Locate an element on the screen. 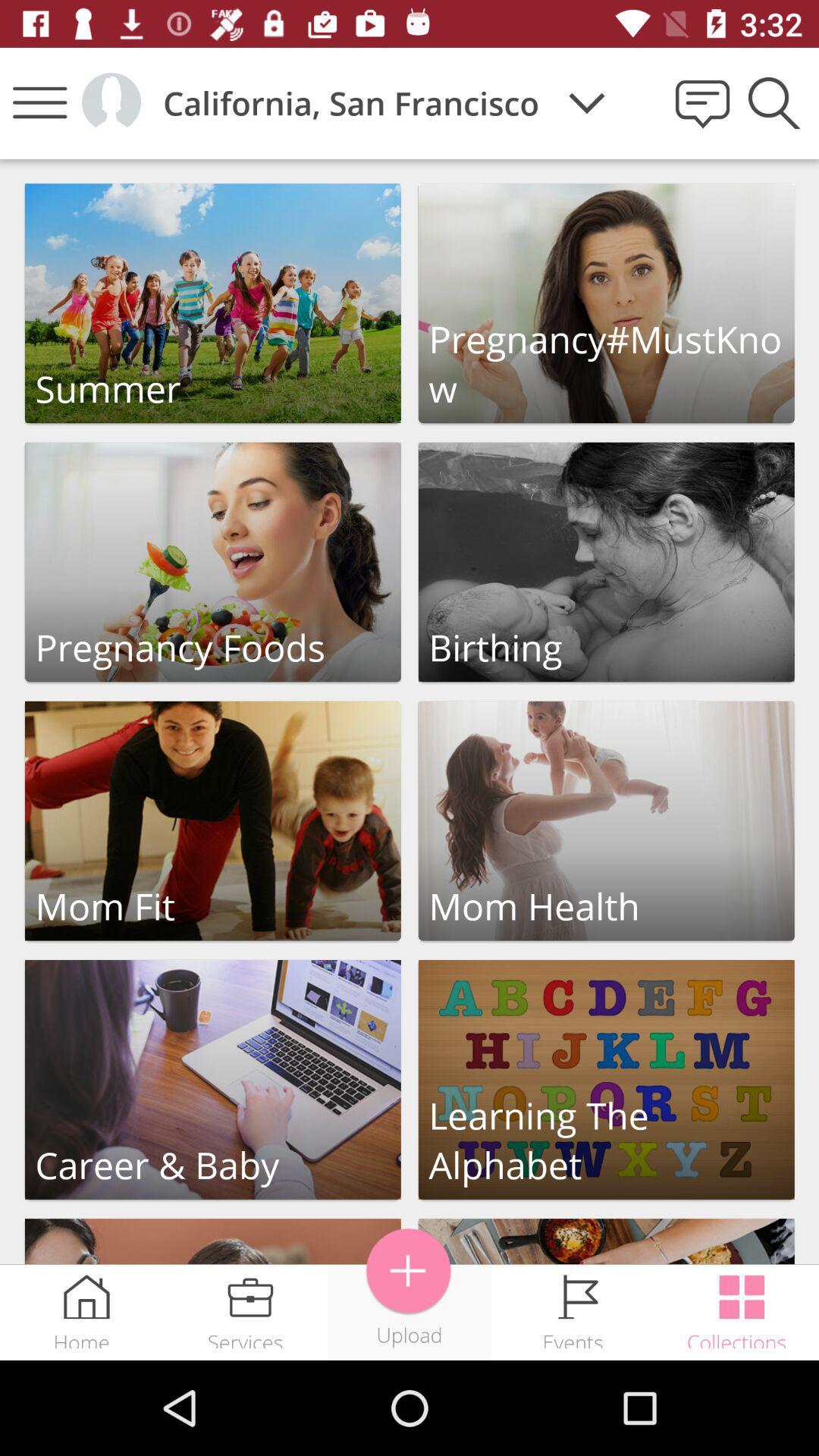  pregnancy foods is located at coordinates (212, 561).